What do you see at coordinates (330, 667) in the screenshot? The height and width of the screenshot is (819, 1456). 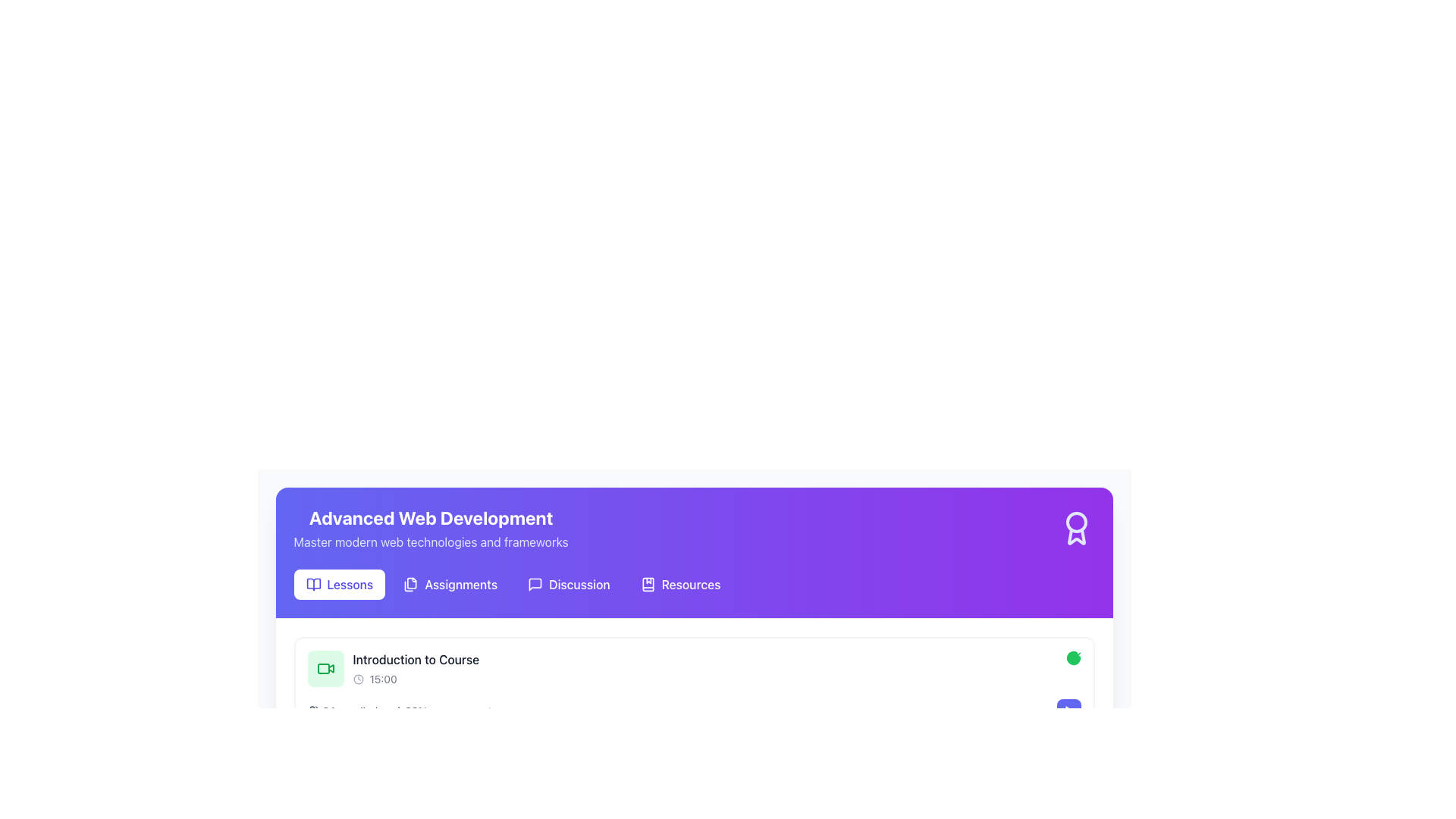 I see `the small green square icon indicating a video lesson in the 'Introduction to Course' section` at bounding box center [330, 667].